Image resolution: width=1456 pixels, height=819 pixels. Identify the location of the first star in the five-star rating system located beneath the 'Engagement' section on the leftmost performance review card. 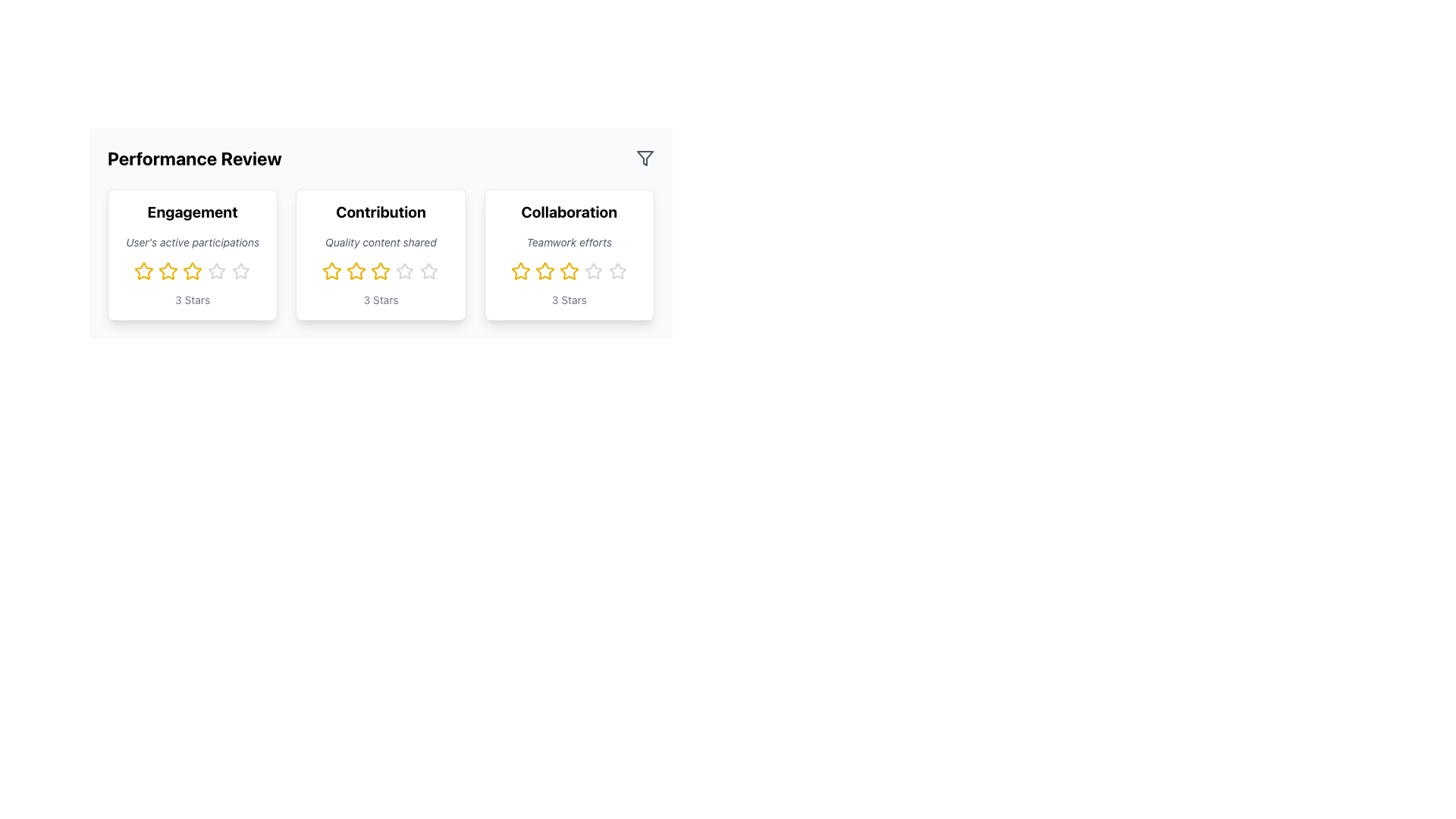
(144, 271).